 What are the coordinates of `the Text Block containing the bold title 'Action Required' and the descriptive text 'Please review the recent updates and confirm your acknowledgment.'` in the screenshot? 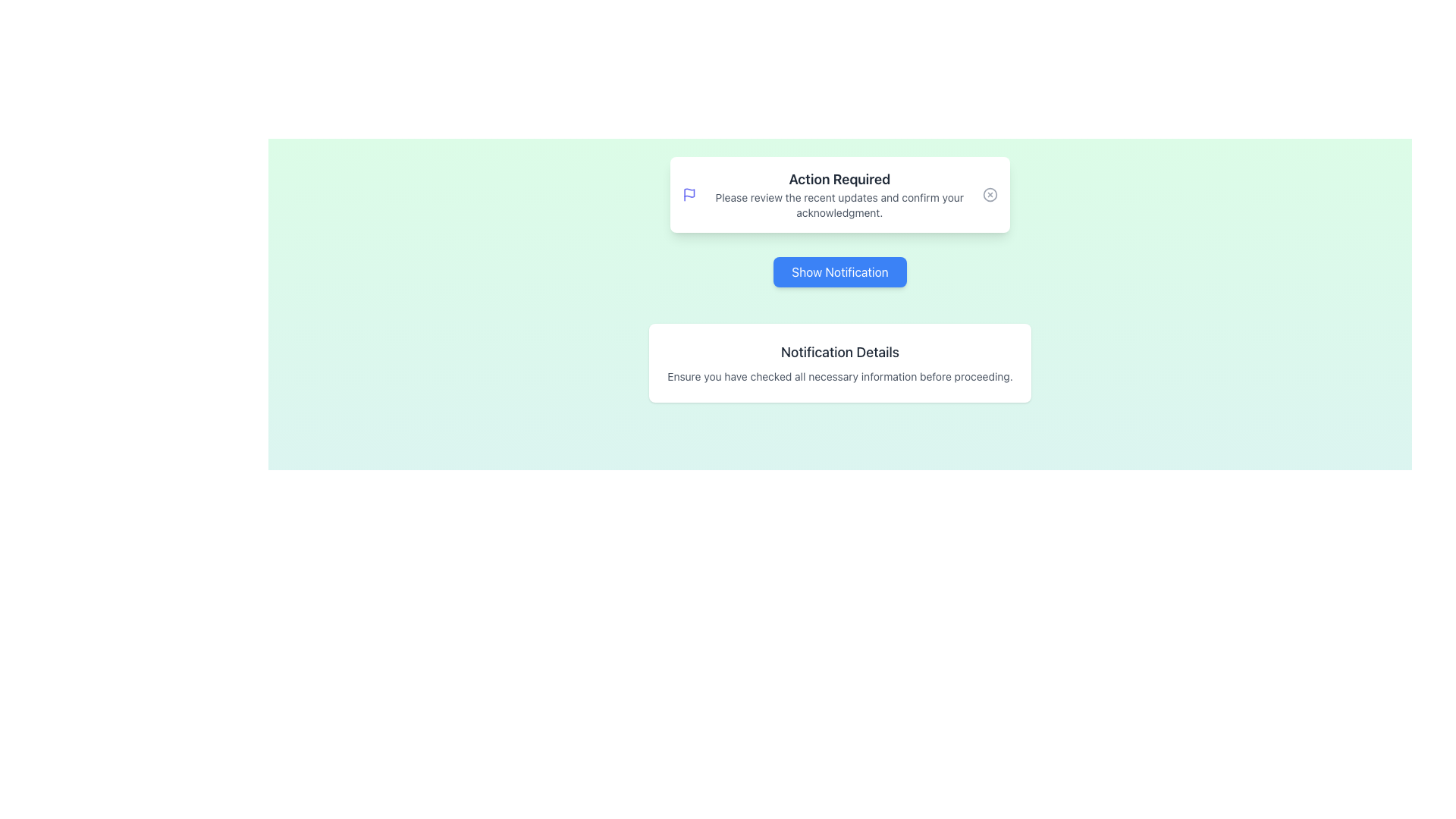 It's located at (839, 194).